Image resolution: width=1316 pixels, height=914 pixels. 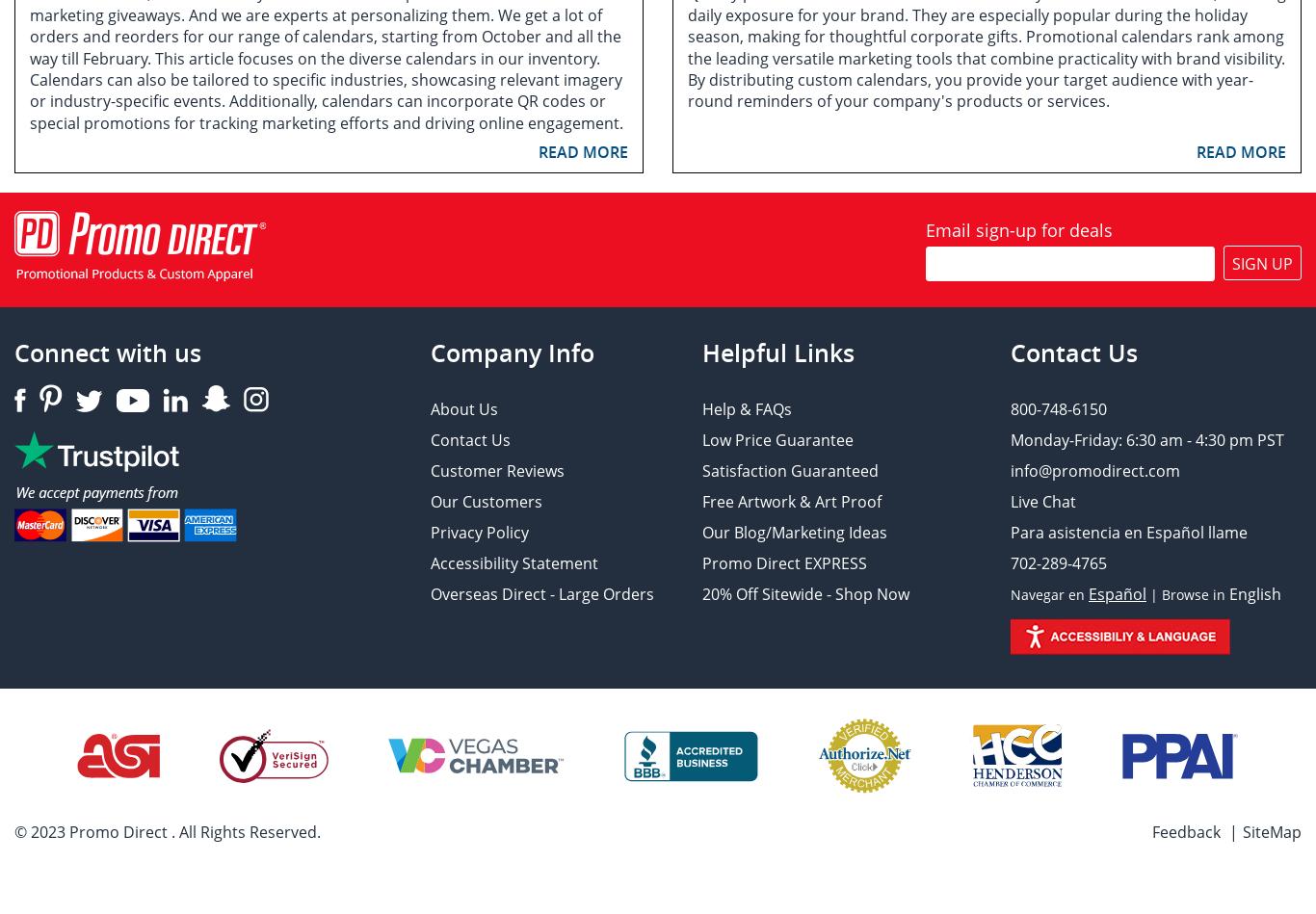 I want to click on 'Connect with us', so click(x=108, y=353).